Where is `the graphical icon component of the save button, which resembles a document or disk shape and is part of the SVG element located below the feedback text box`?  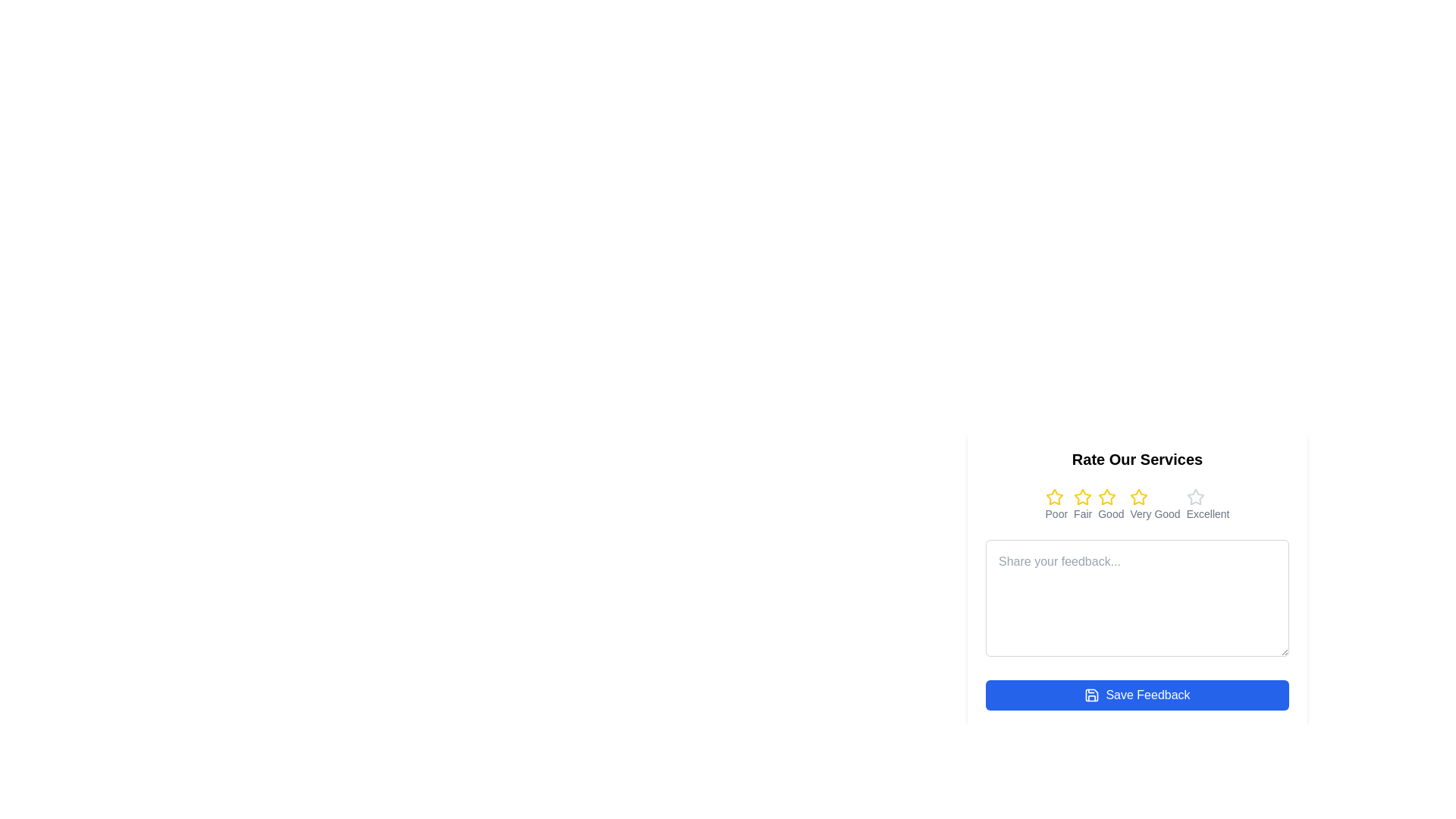 the graphical icon component of the save button, which resembles a document or disk shape and is part of the SVG element located below the feedback text box is located at coordinates (1092, 695).